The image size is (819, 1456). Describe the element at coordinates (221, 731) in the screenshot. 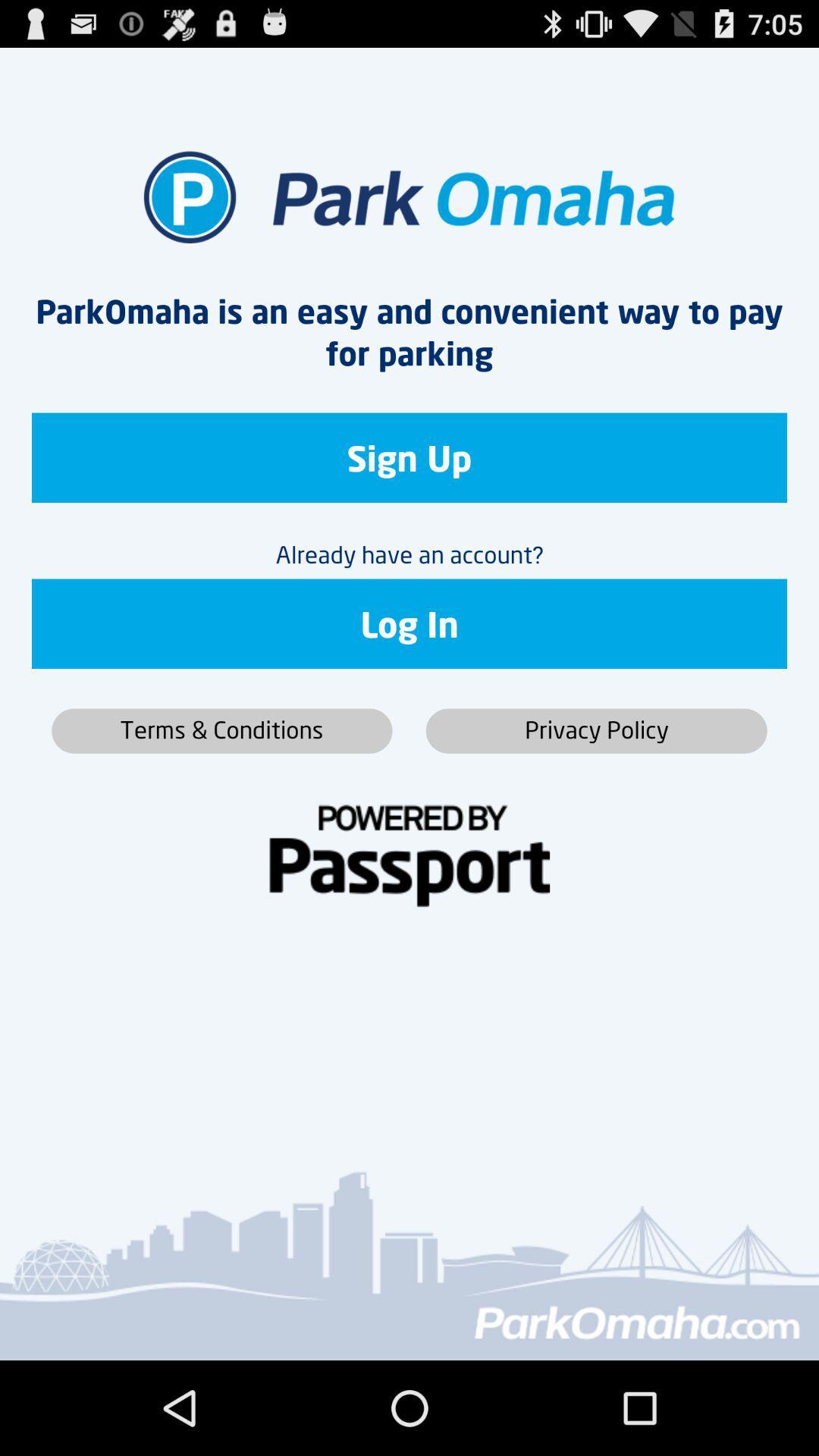

I see `button below log in` at that location.